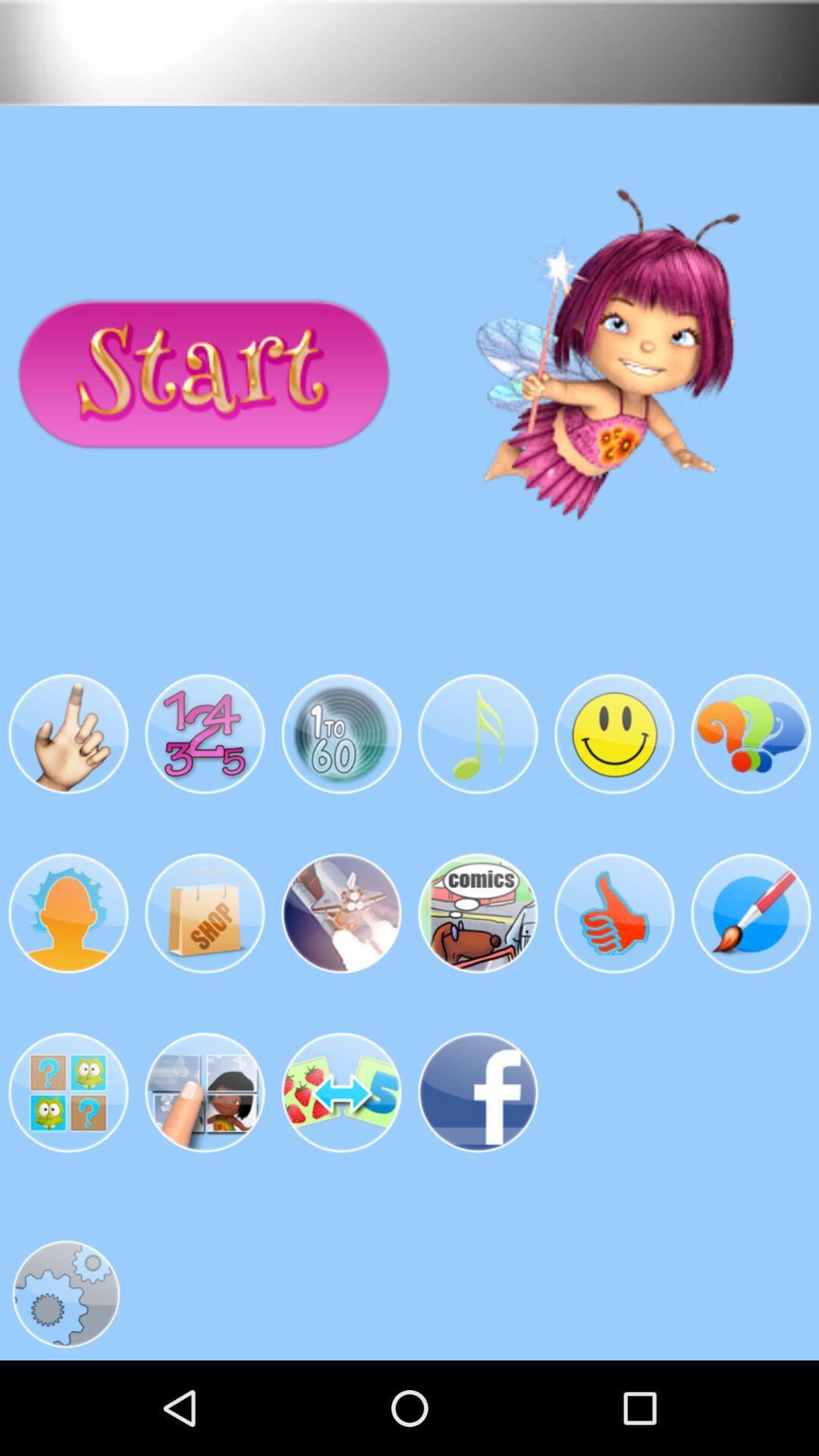  What do you see at coordinates (205, 977) in the screenshot?
I see `the shop icon` at bounding box center [205, 977].